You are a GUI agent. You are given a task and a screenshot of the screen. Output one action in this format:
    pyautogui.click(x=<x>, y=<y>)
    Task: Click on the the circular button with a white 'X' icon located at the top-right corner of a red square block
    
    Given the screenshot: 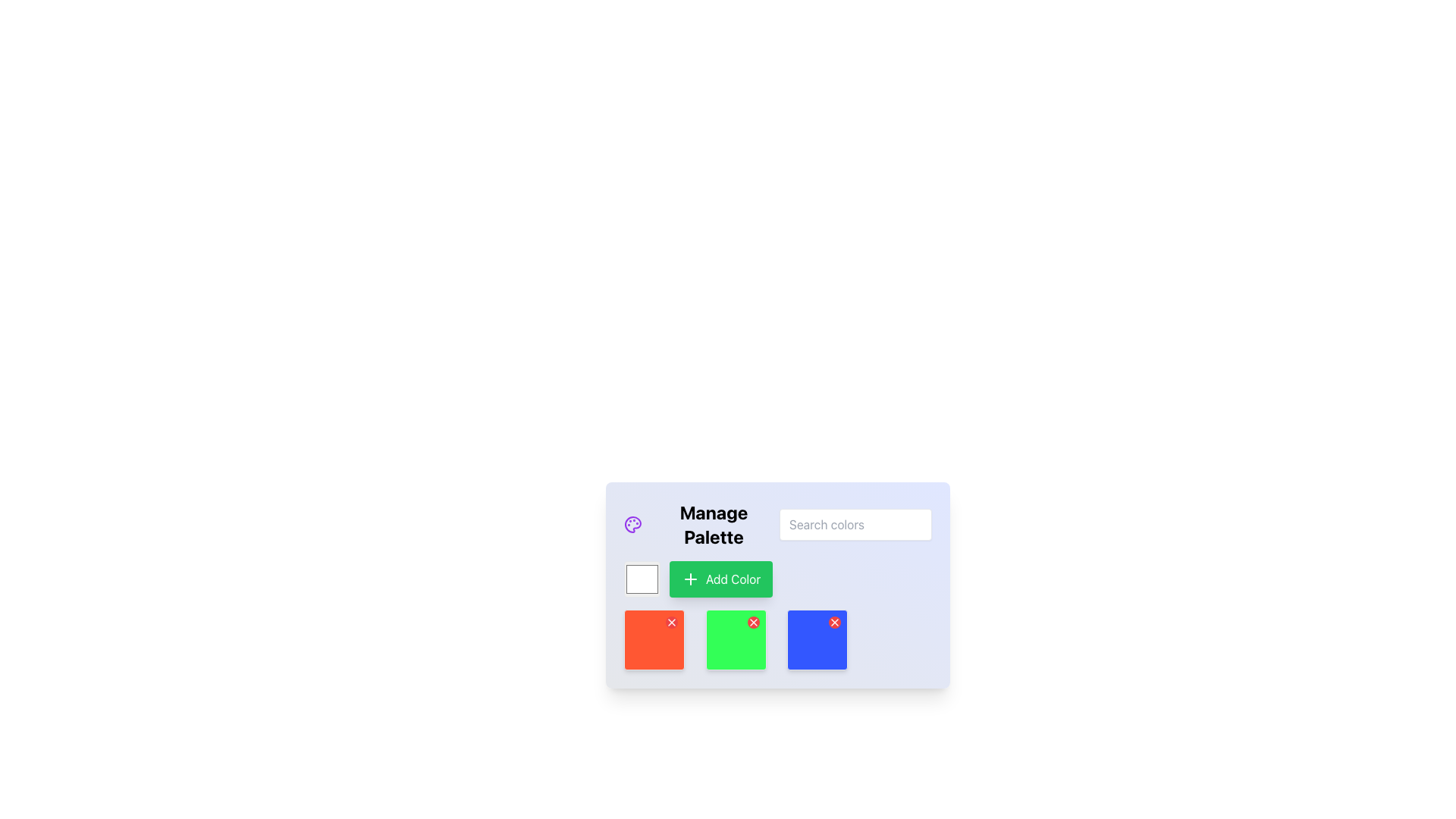 What is the action you would take?
    pyautogui.click(x=671, y=623)
    